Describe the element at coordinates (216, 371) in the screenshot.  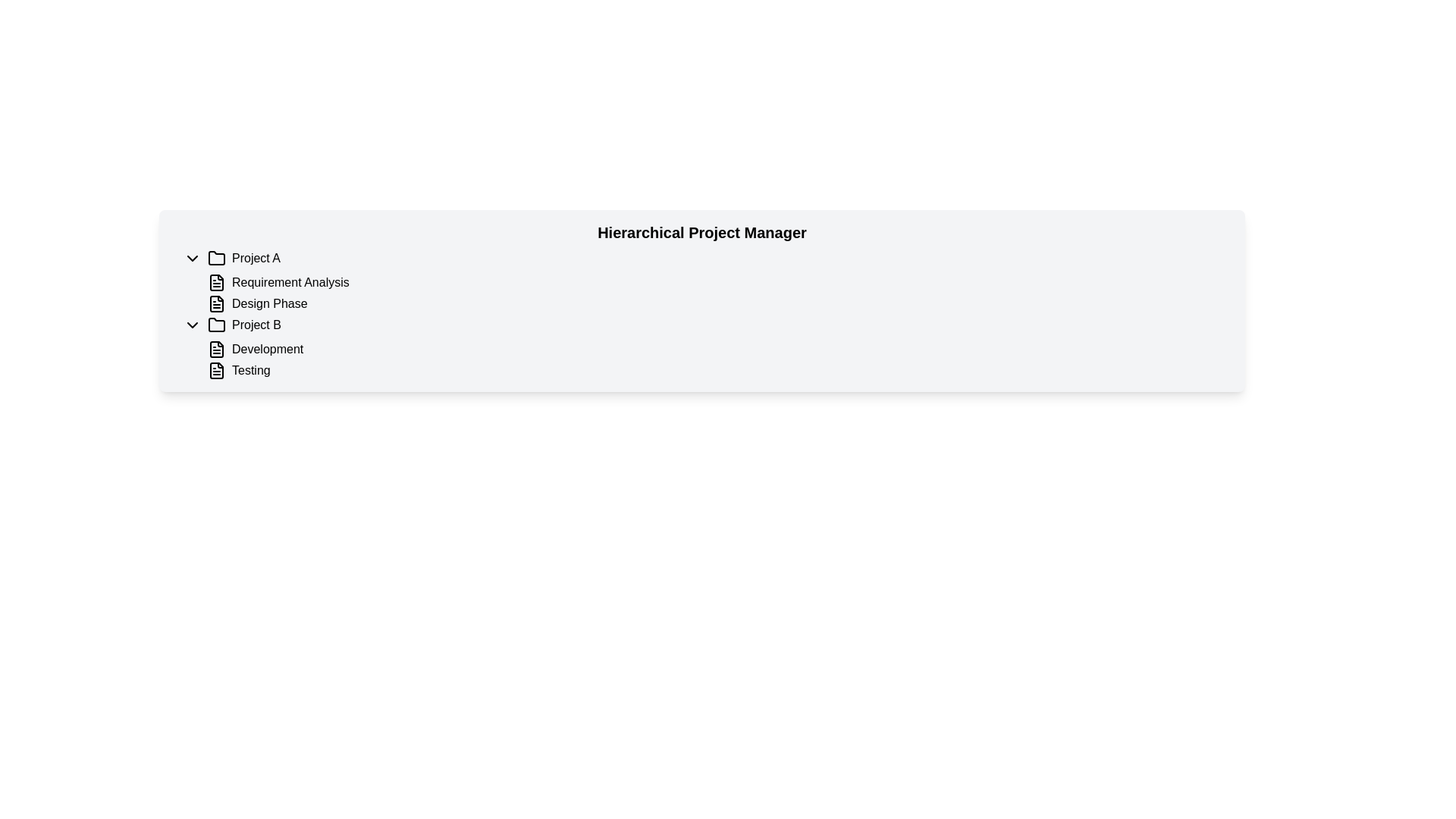
I see `the document icon, which is red and has a folded corner, located to the left of the 'Testing' label in 'Project B'` at that location.